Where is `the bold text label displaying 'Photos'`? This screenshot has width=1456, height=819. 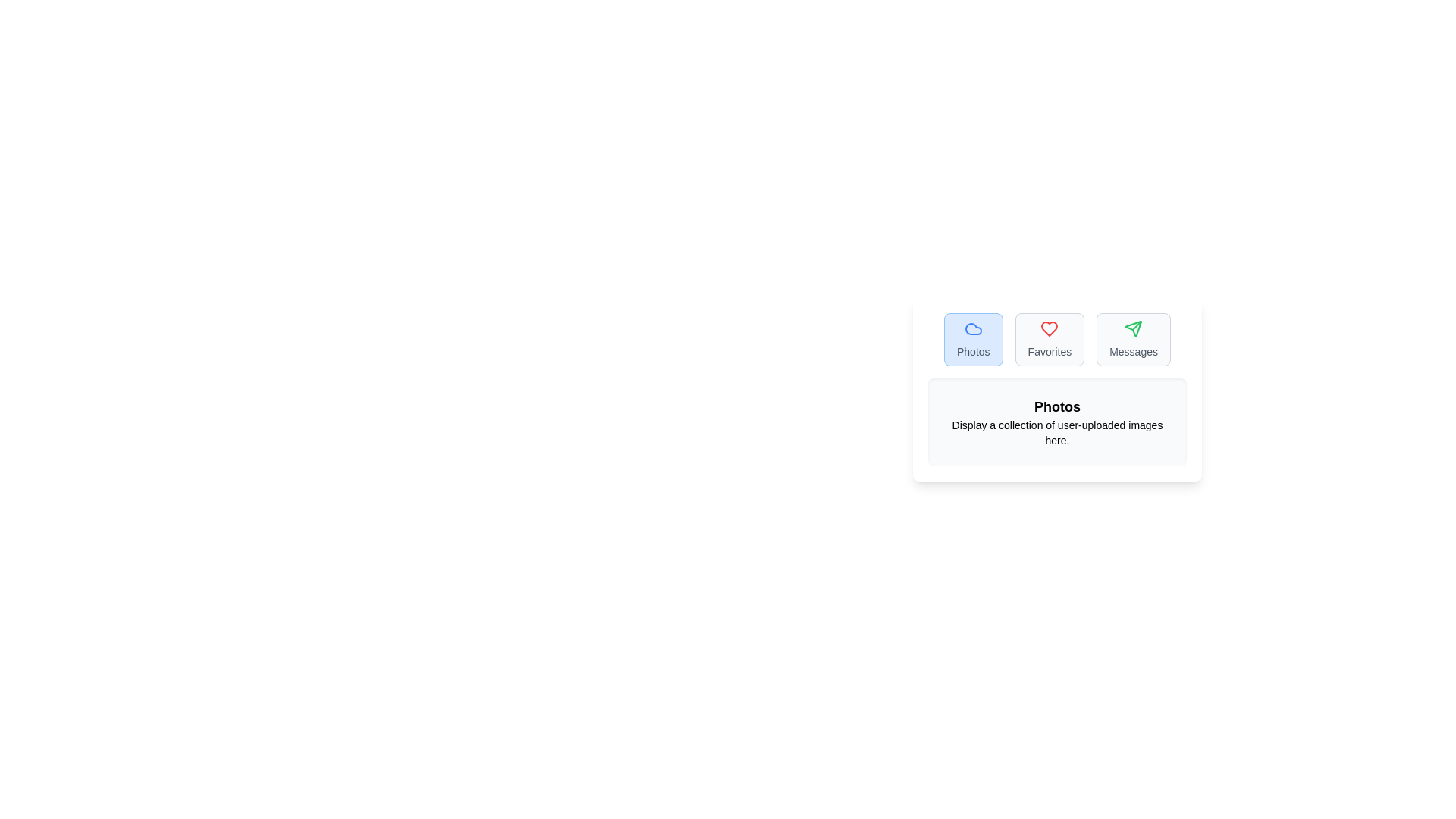
the bold text label displaying 'Photos' is located at coordinates (1056, 406).